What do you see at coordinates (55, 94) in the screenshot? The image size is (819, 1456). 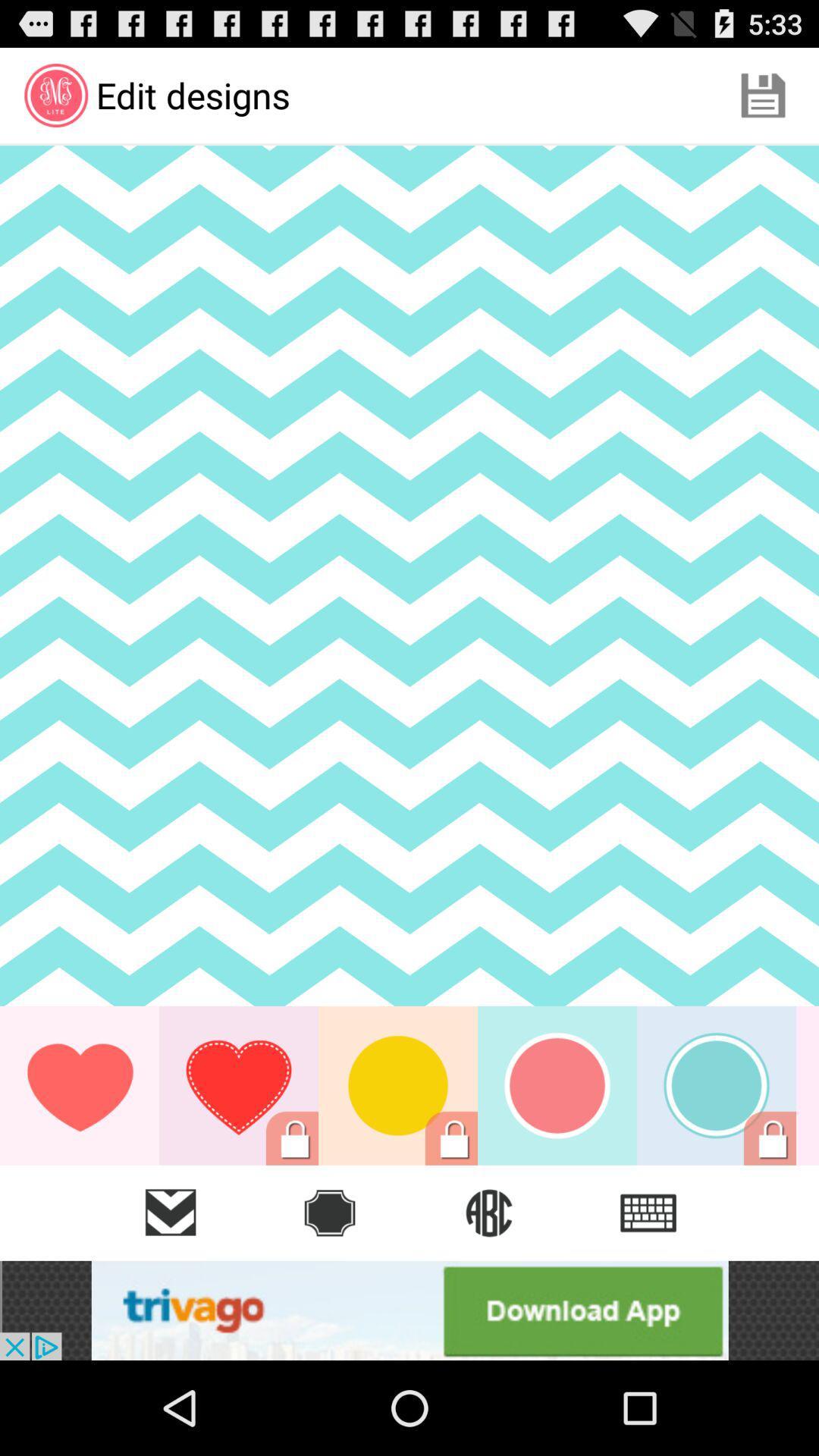 I see `the first  icon in second line` at bounding box center [55, 94].